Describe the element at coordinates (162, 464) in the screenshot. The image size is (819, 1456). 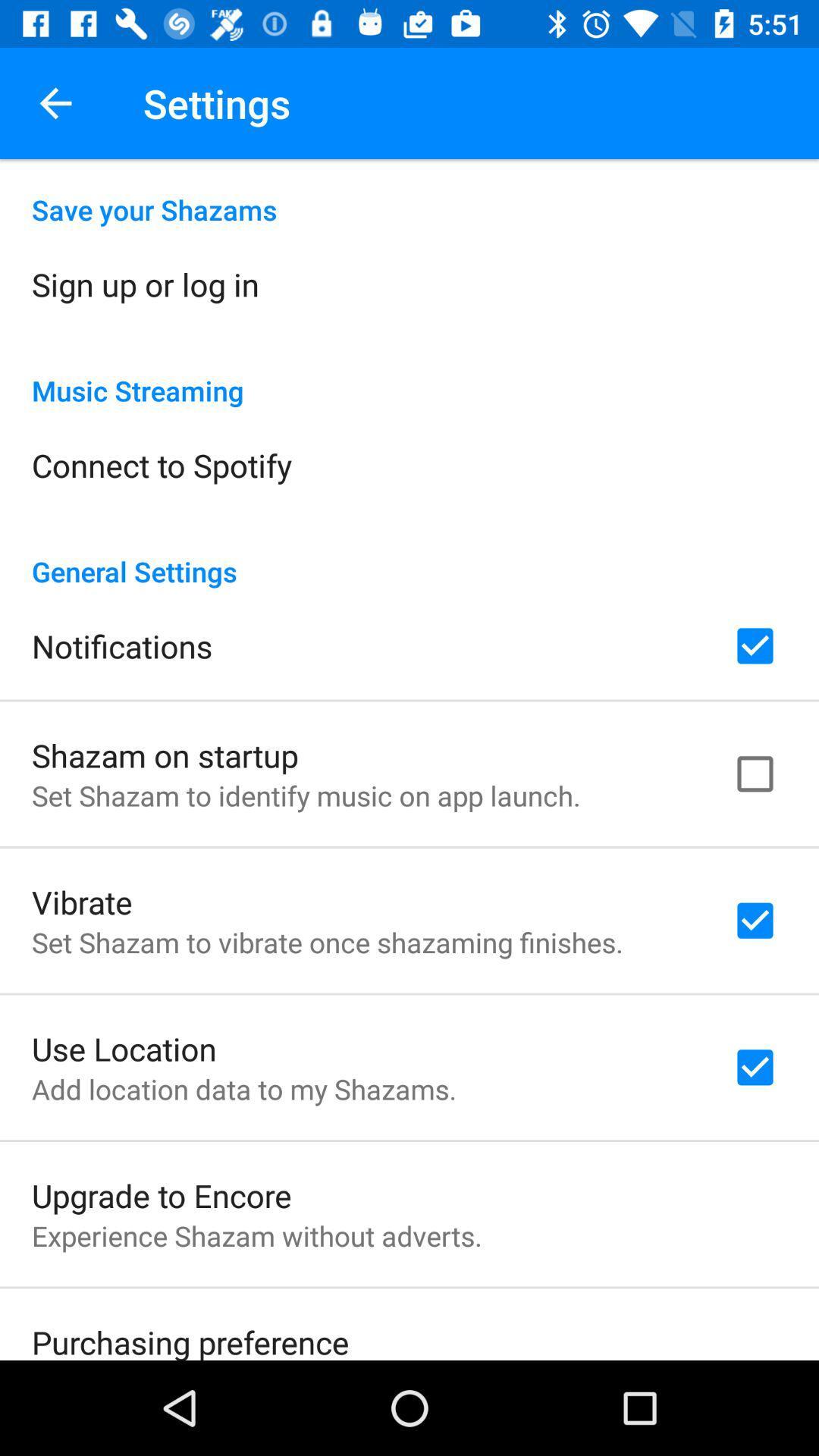
I see `the item above the general settings icon` at that location.